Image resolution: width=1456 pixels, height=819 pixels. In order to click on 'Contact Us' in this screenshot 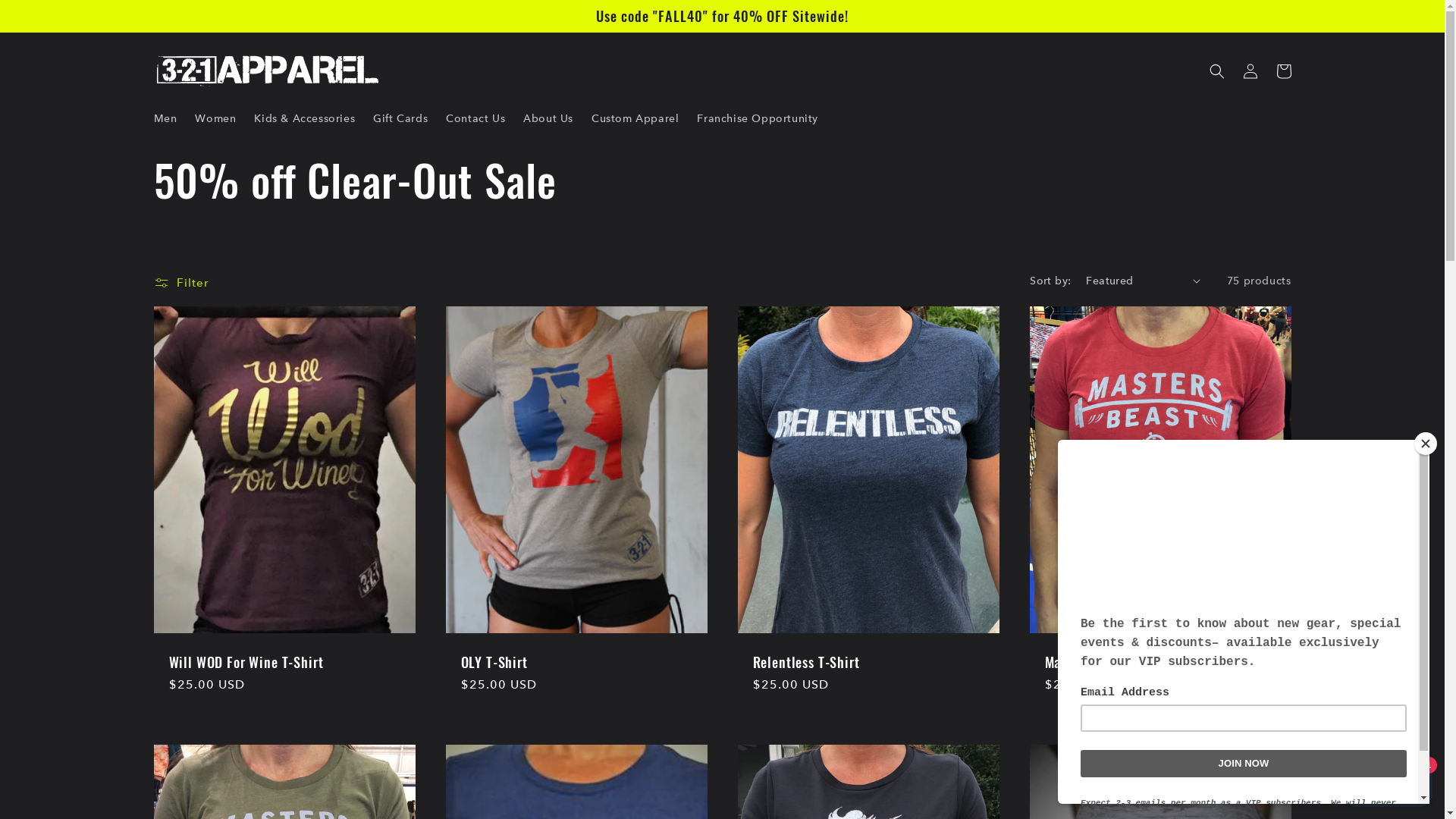, I will do `click(475, 117)`.